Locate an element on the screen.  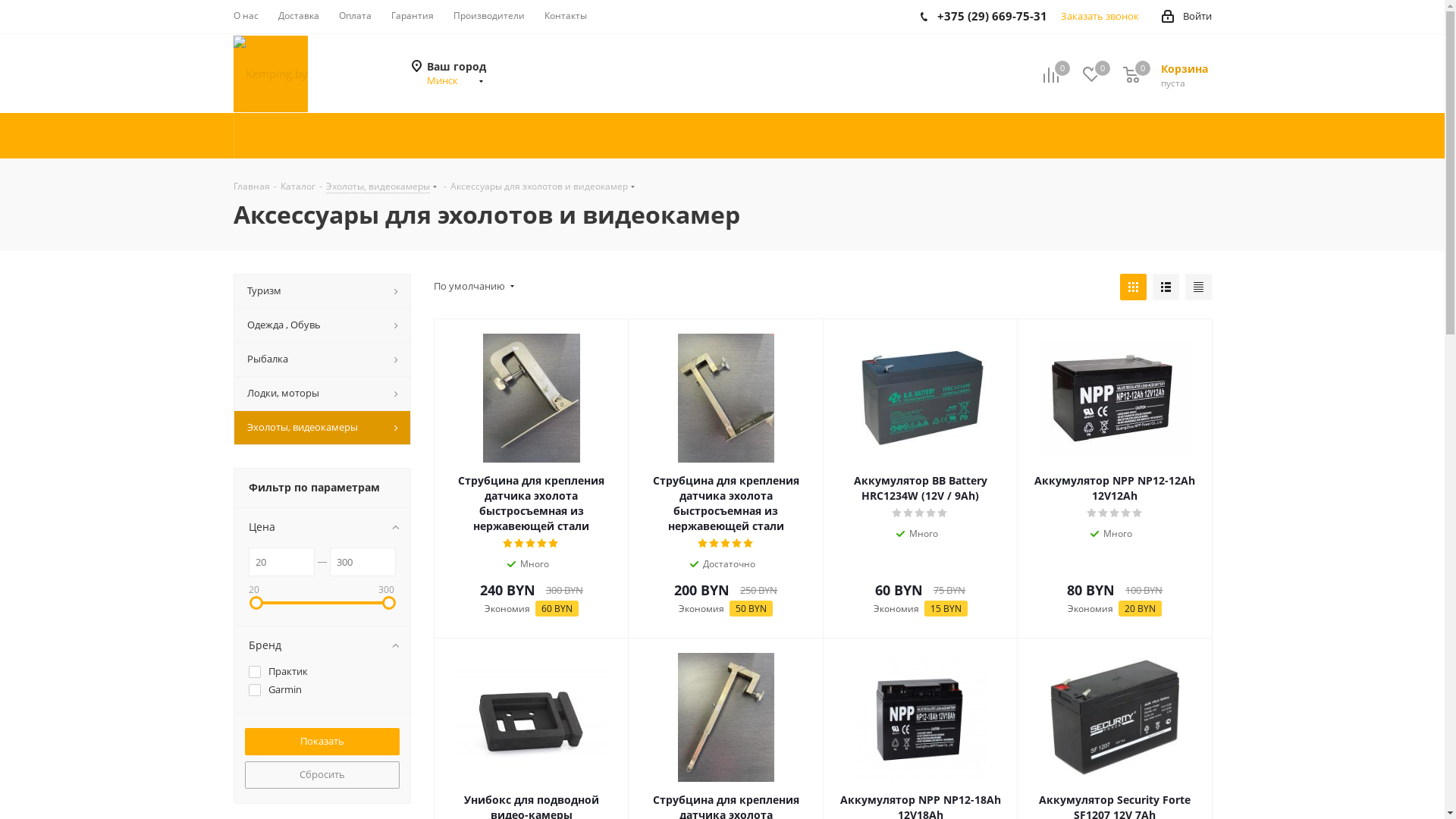
'3' is located at coordinates (919, 513).